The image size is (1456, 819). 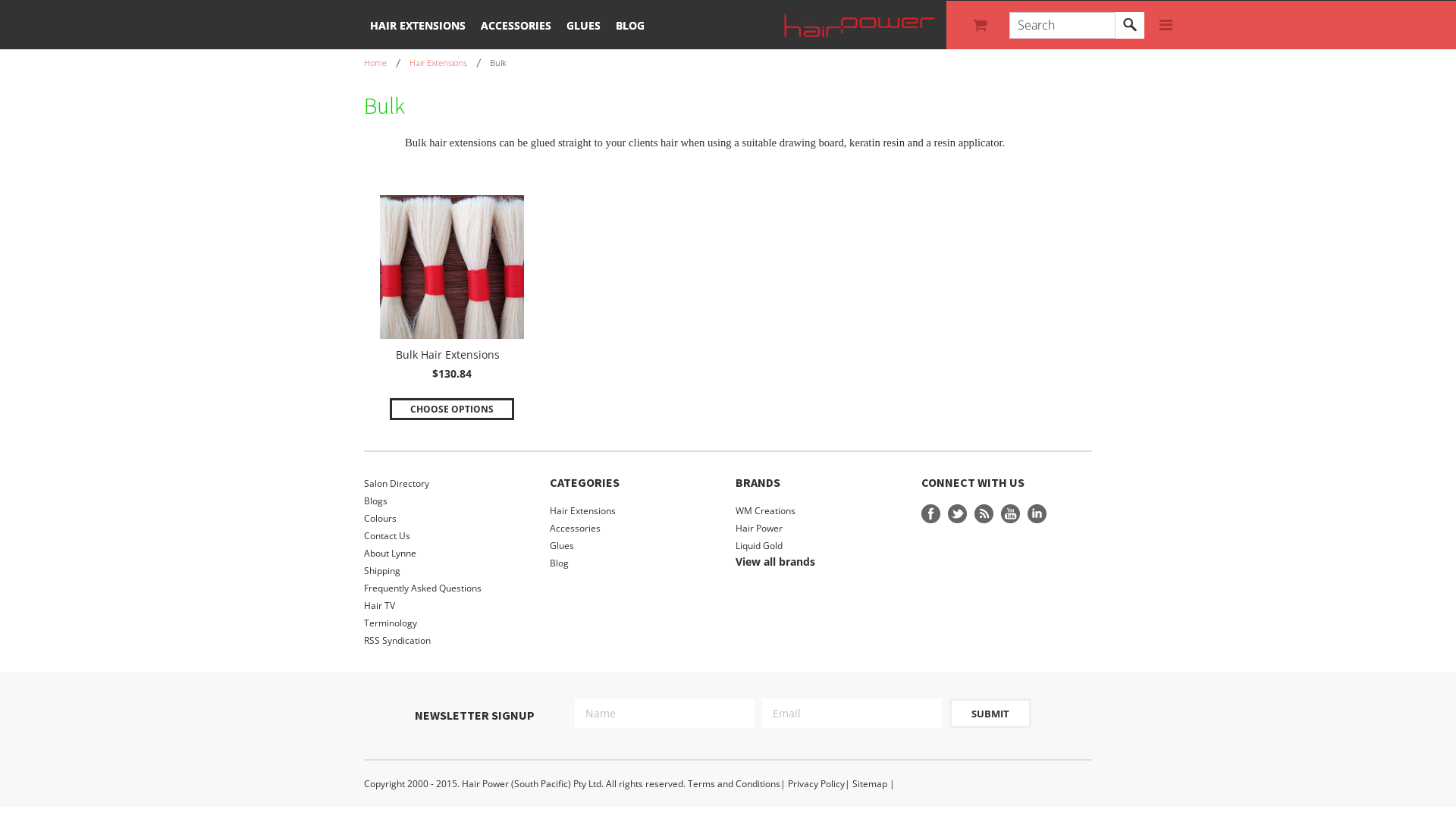 What do you see at coordinates (448, 640) in the screenshot?
I see `'RSS Syndication'` at bounding box center [448, 640].